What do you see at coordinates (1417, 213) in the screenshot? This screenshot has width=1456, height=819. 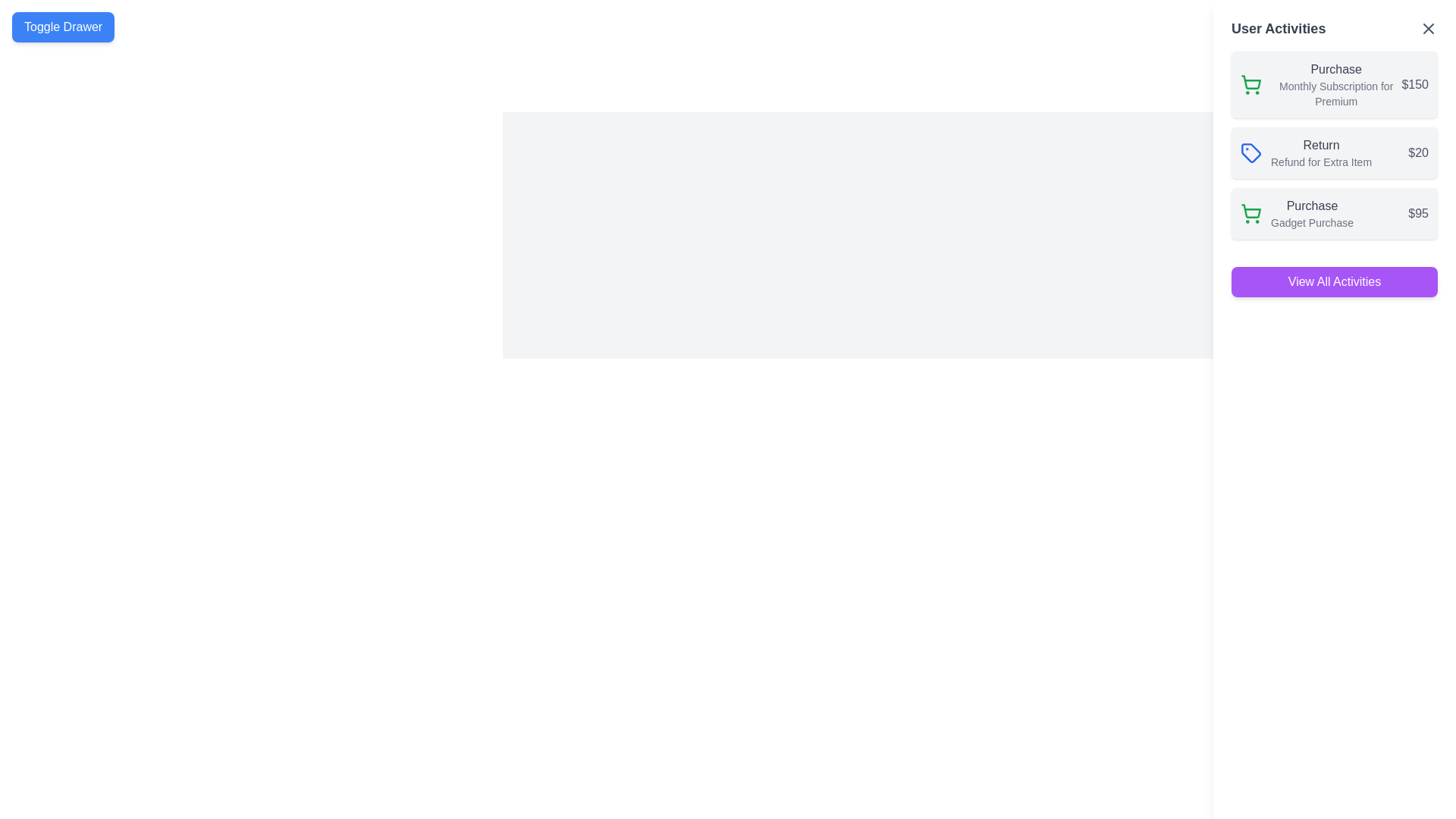 I see `the static text label that displays the price or cost of a specific item, located to the right of the 'Gadget Purchase' description` at bounding box center [1417, 213].